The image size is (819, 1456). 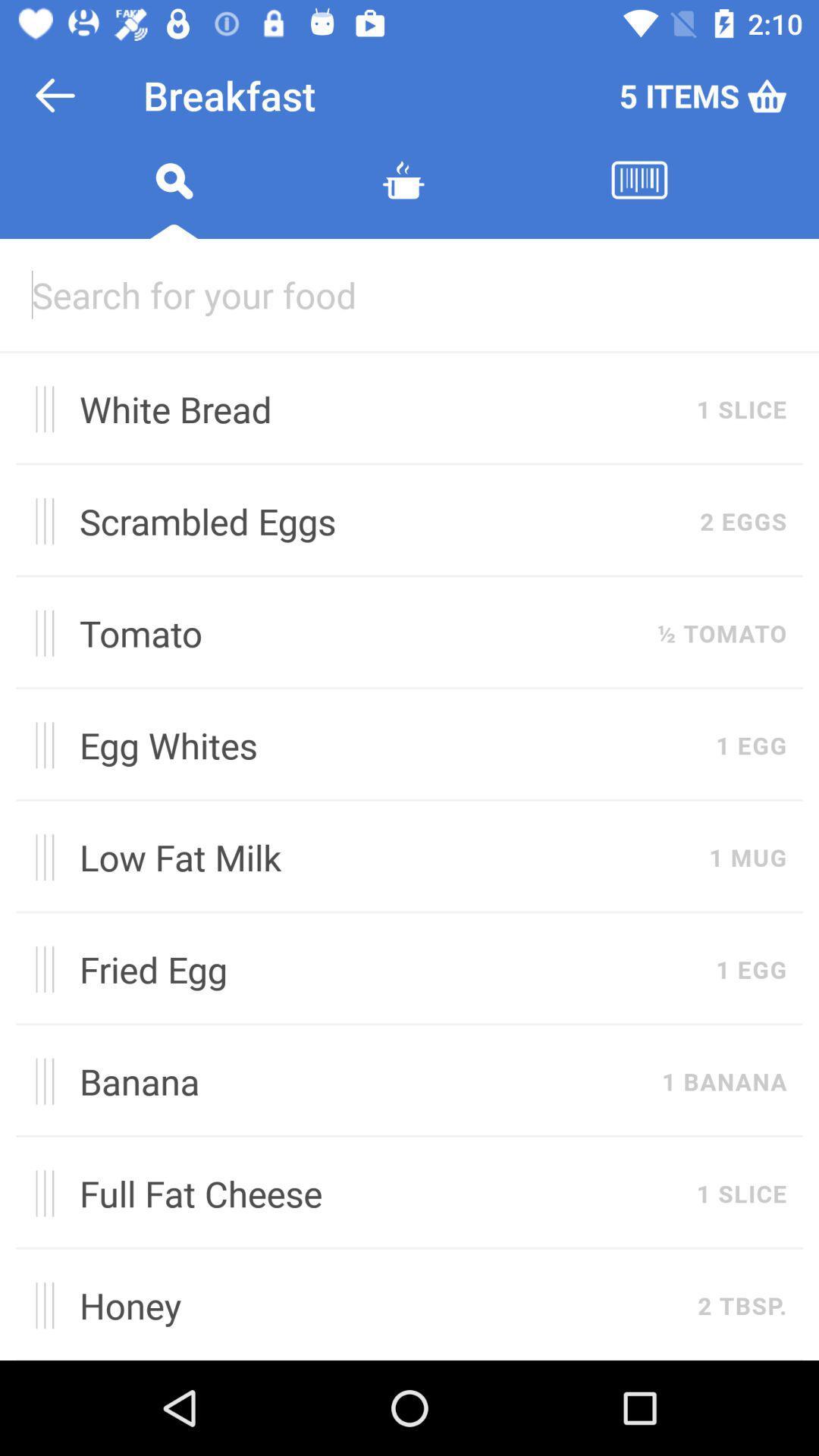 I want to click on the search icon, so click(x=173, y=198).